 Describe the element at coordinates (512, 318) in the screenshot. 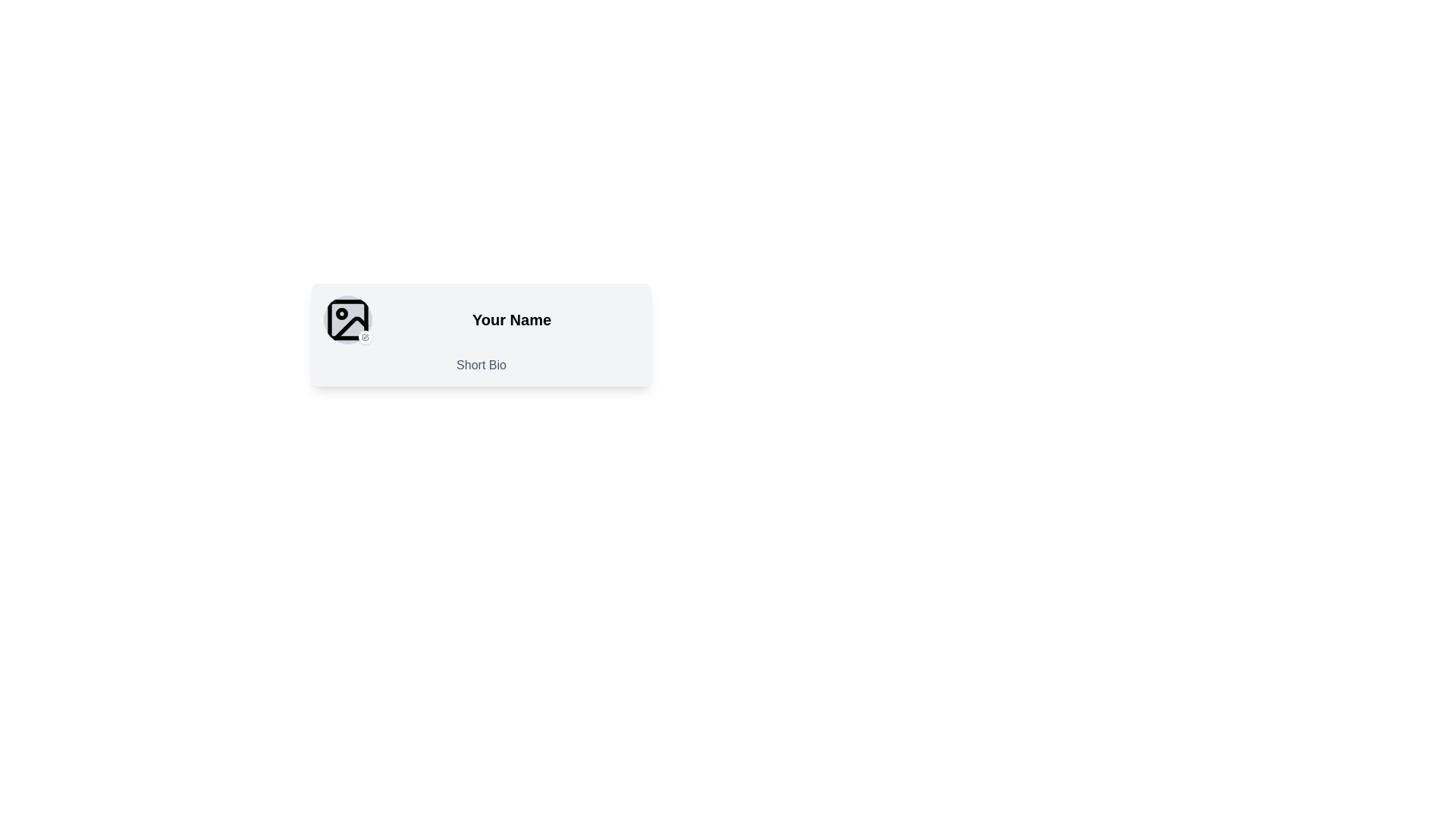

I see `on the 'Your Name' text label, which is bold and centered within its region, part of a profile layout, and located above a smaller text labeled 'Short Bio'` at that location.